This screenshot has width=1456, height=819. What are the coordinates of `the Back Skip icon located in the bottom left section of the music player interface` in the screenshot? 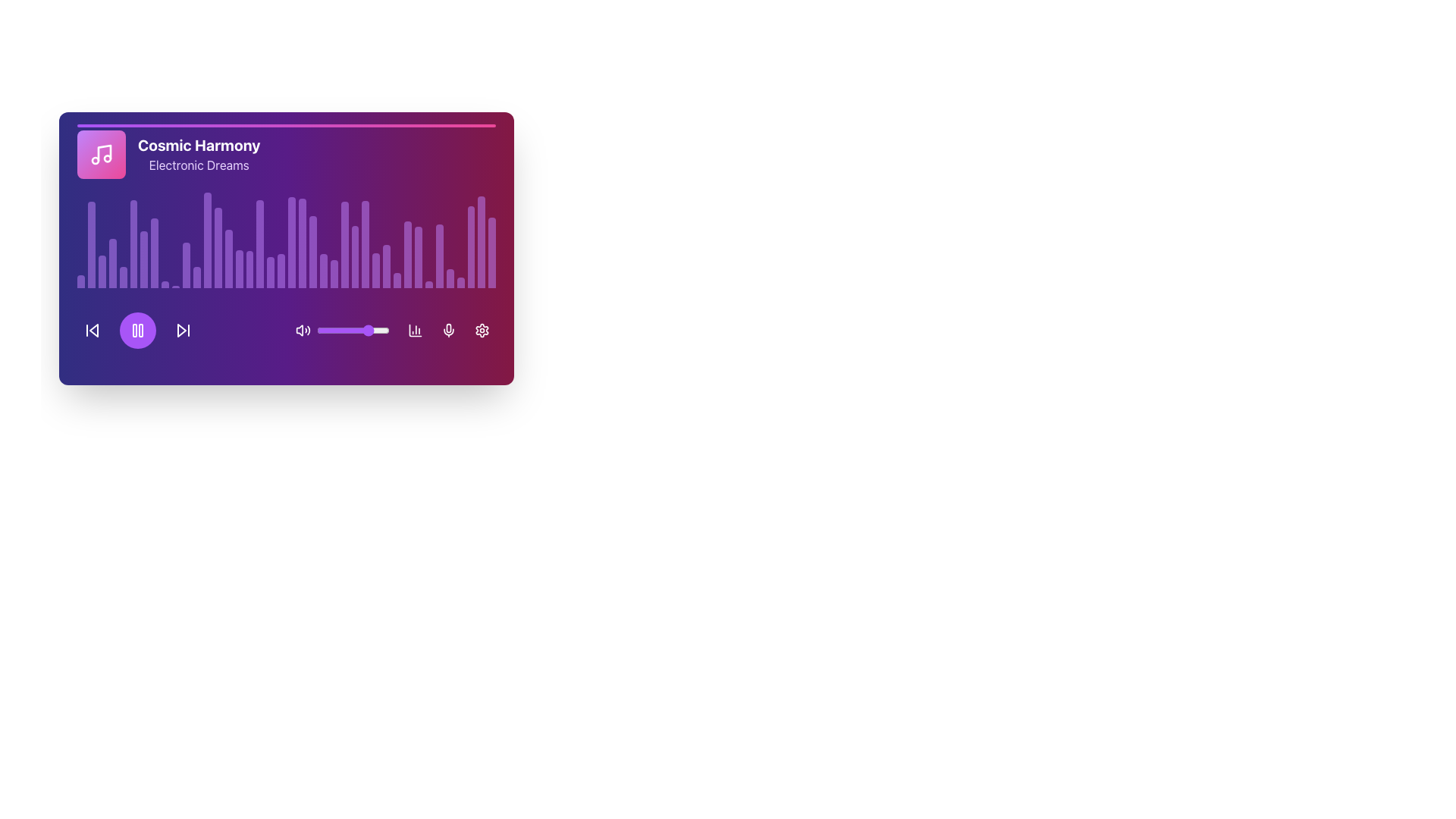 It's located at (93, 329).